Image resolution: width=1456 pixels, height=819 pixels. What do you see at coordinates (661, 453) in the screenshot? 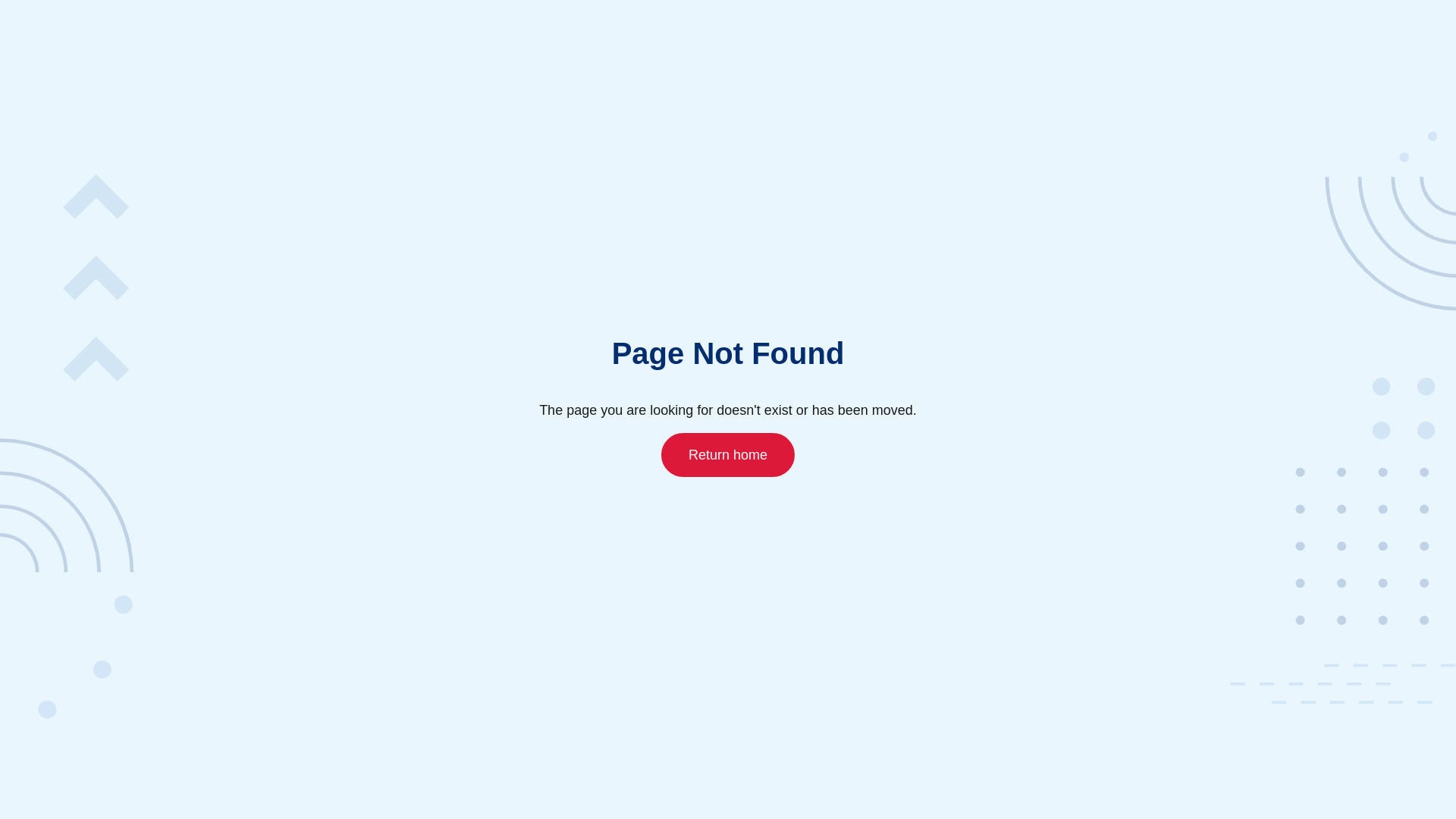
I see `'Return home'` at bounding box center [661, 453].